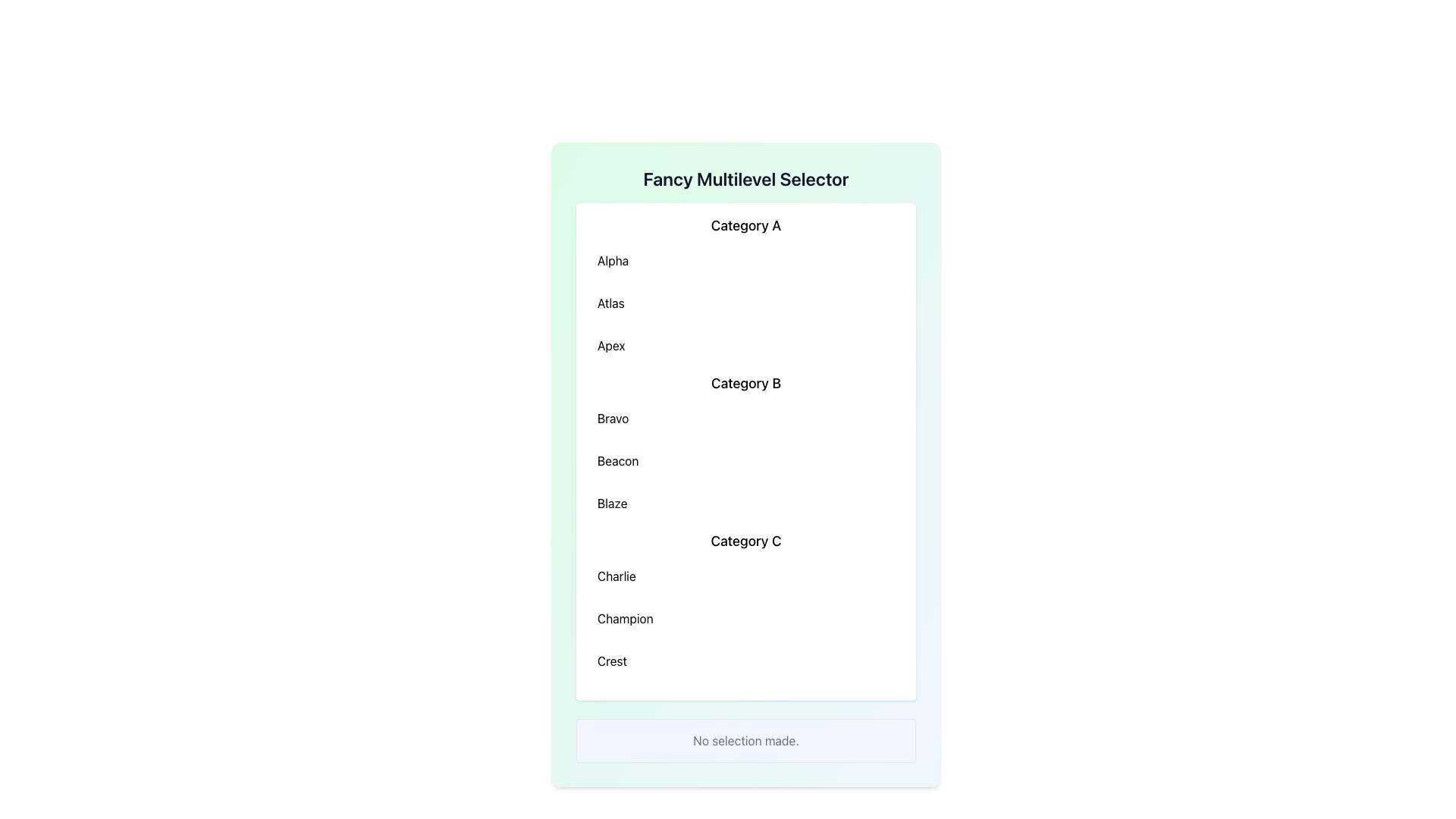 This screenshot has width=1456, height=819. Describe the element at coordinates (618, 460) in the screenshot. I see `the text label reading 'Beacon', which is the second entry under the 'Category B' heading, following 'Bravo' and preceding 'Blaze'` at that location.